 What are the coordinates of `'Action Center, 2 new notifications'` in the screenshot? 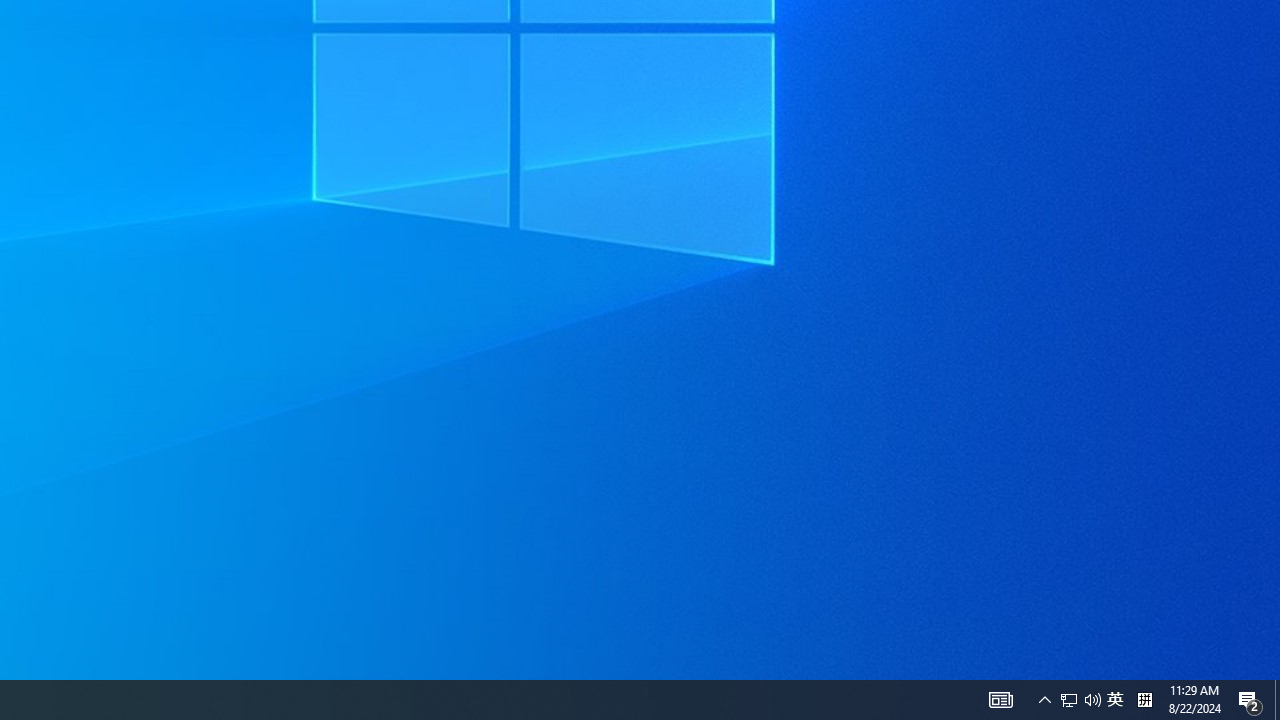 It's located at (1276, 698).